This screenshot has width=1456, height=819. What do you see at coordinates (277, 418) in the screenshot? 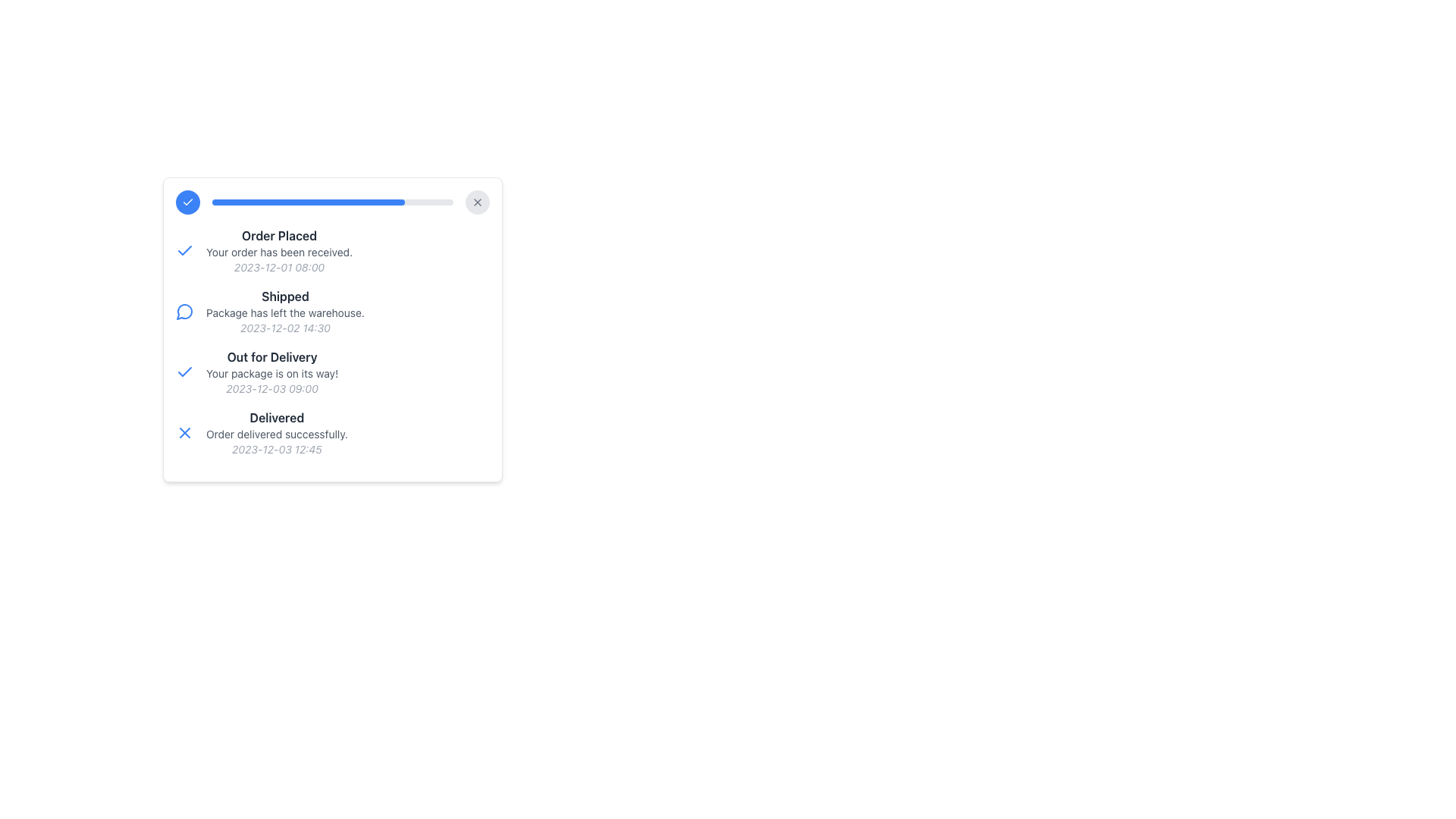
I see `the delivery status text label that indicates the delivery process, located at the bottom of the status tracker list` at bounding box center [277, 418].